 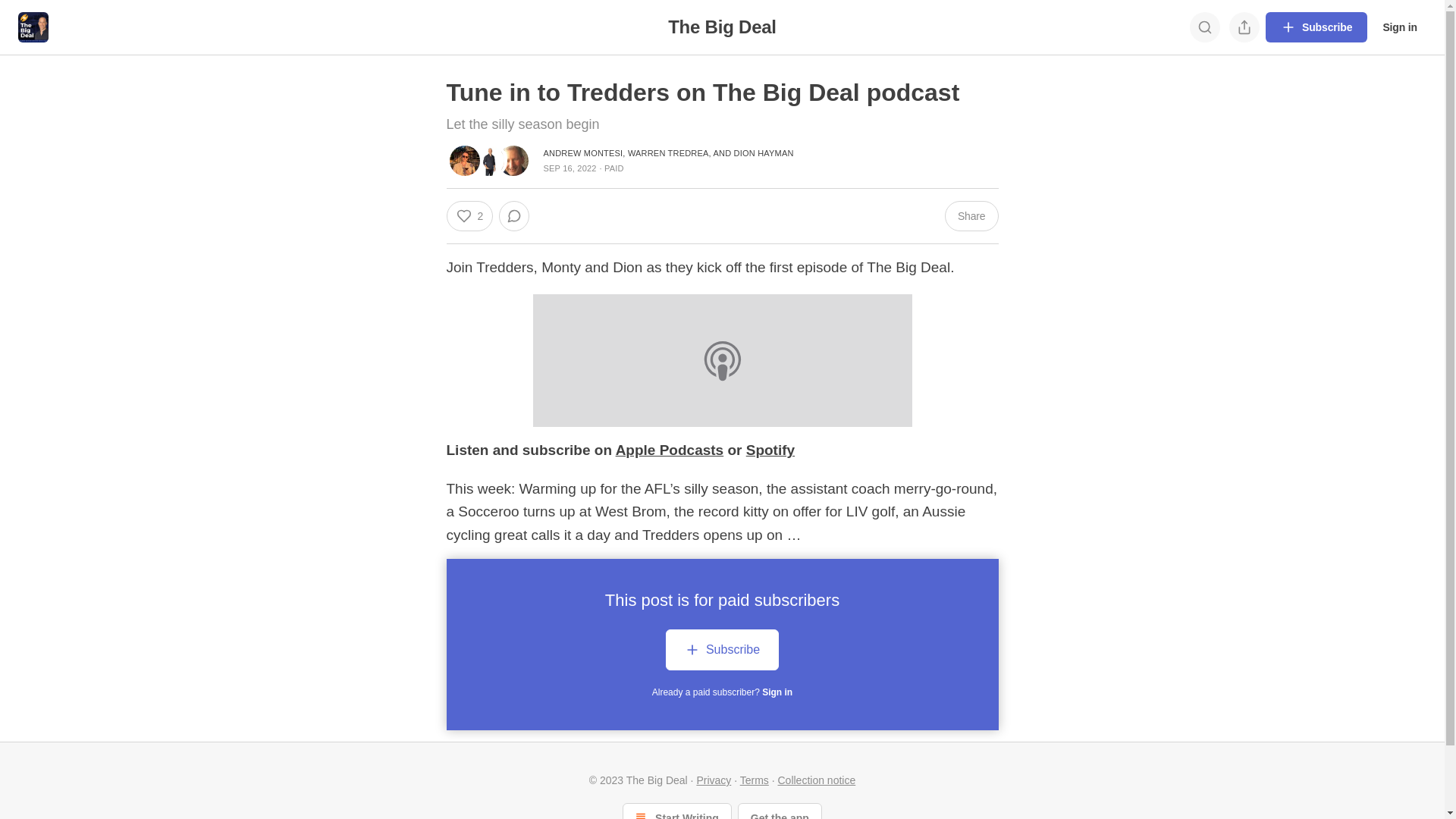 What do you see at coordinates (764, 152) in the screenshot?
I see `'DION HAYMAN'` at bounding box center [764, 152].